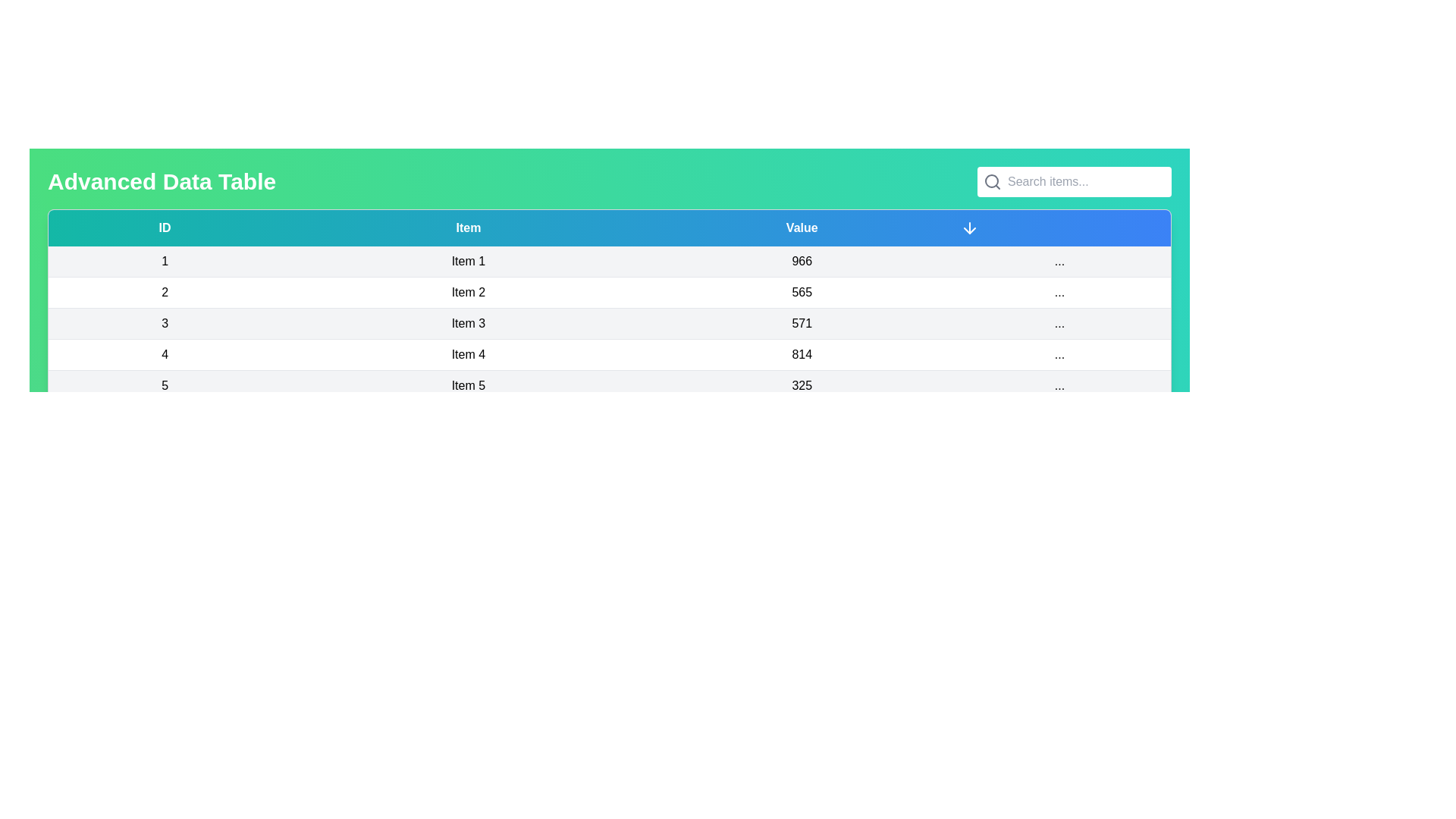 This screenshot has height=819, width=1456. I want to click on the text in the row corresponding to 2, so click(164, 292).